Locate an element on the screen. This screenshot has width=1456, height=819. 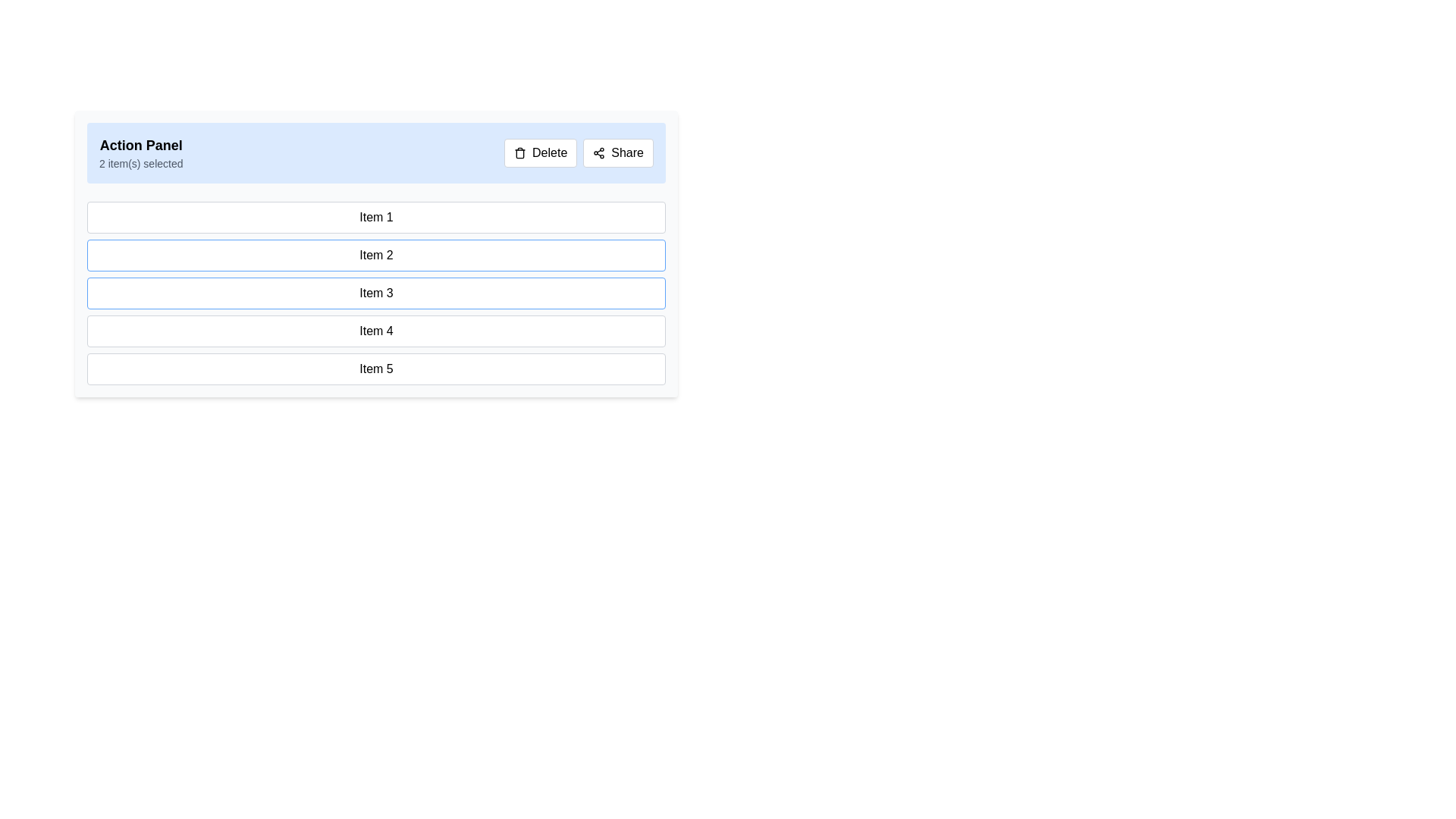
the interactive panel that contains buttons, text, and list items where users can view and manage selected items is located at coordinates (376, 253).